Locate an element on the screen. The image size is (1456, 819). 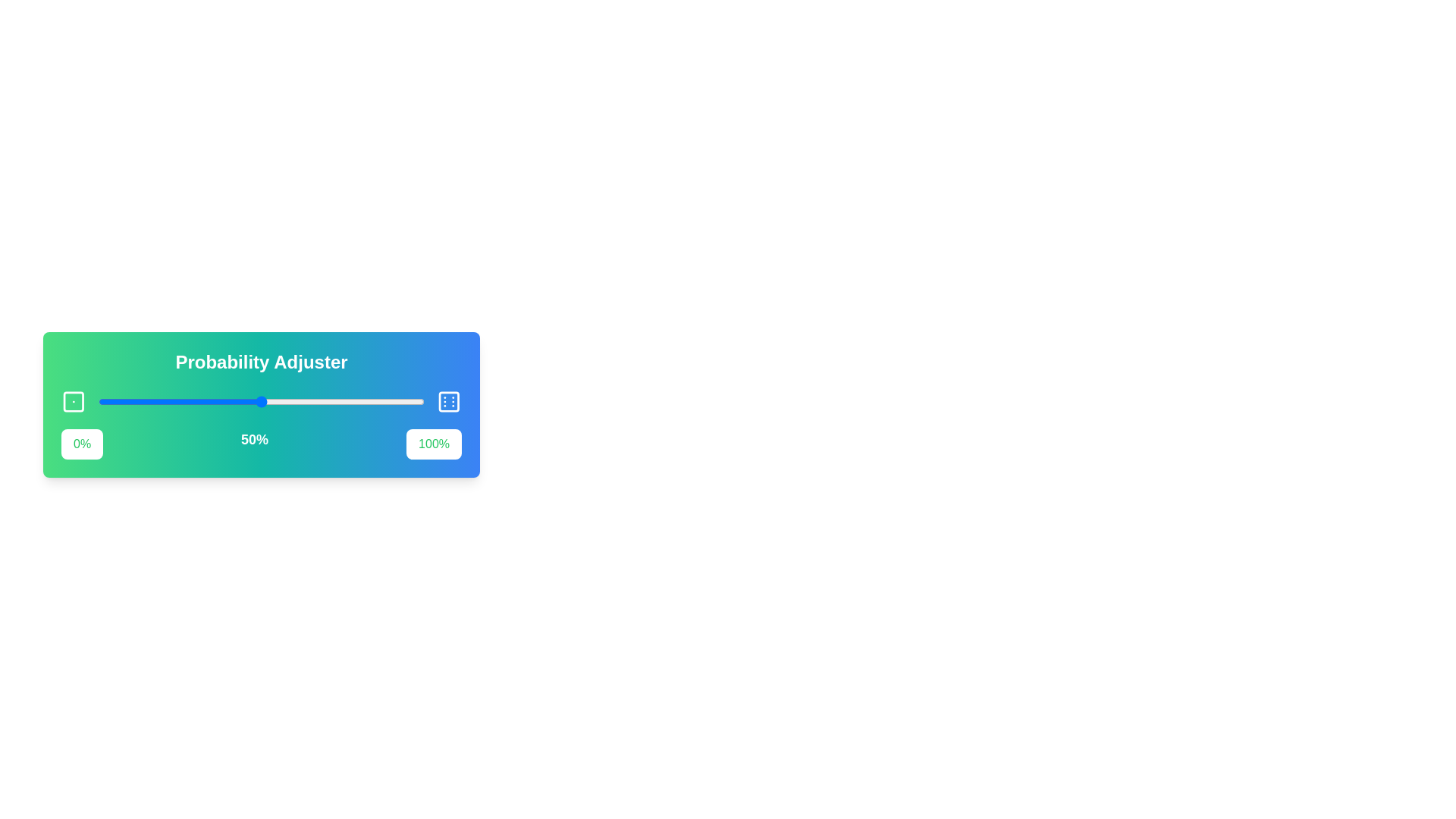
the slider to set the probability to 45% is located at coordinates (245, 400).